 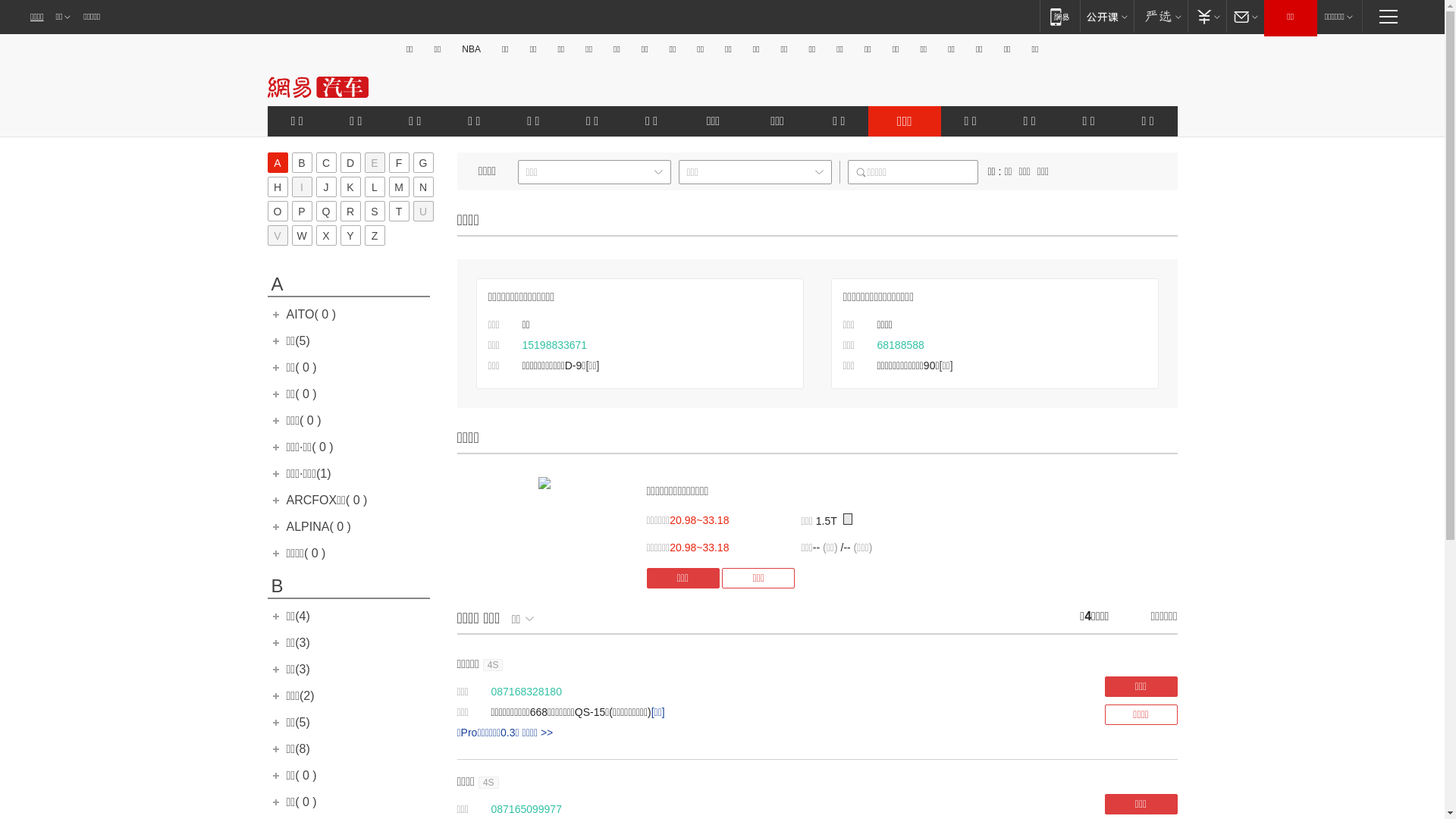 What do you see at coordinates (287, 526) in the screenshot?
I see `'ALPINA( 0 )'` at bounding box center [287, 526].